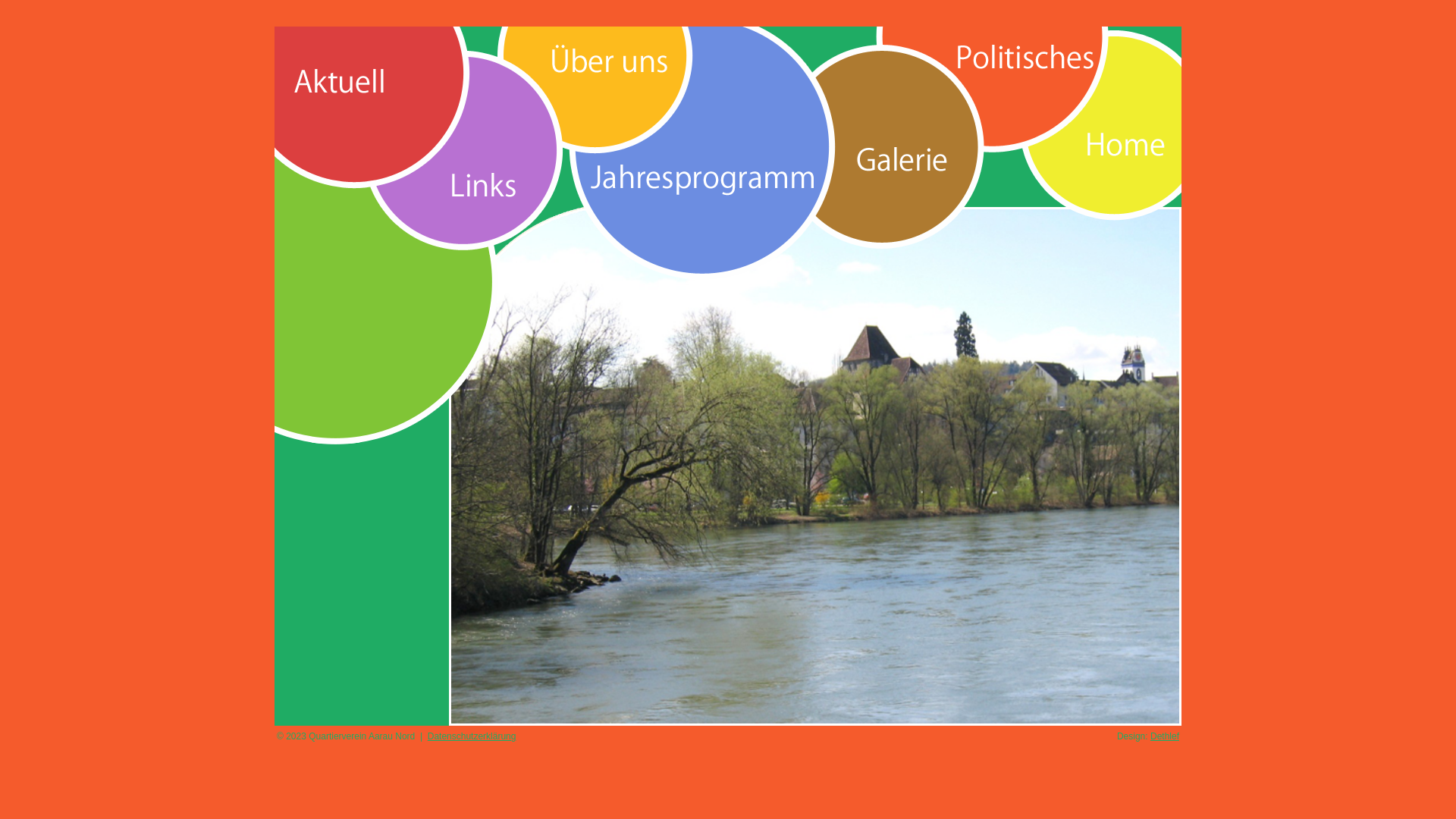 The width and height of the screenshot is (1456, 819). What do you see at coordinates (1164, 736) in the screenshot?
I see `'Dethlef'` at bounding box center [1164, 736].